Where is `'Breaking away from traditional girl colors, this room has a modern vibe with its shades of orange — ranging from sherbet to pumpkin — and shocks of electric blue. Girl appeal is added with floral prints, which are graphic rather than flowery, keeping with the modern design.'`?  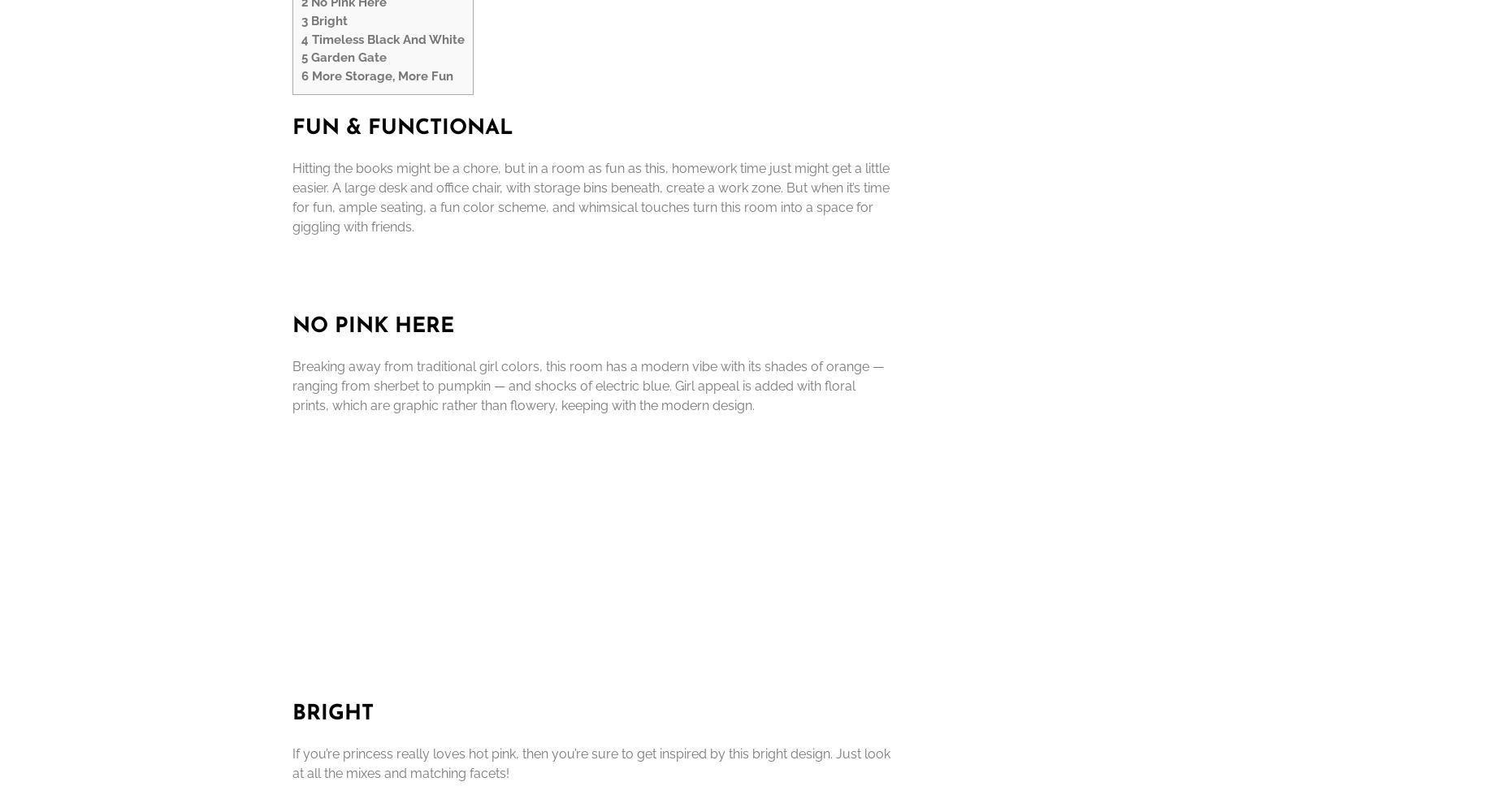
'Breaking away from traditional girl colors, this room has a modern vibe with its shades of orange — ranging from sherbet to pumpkin — and shocks of electric blue. Girl appeal is added with floral prints, which are graphic rather than flowery, keeping with the modern design.' is located at coordinates (588, 384).